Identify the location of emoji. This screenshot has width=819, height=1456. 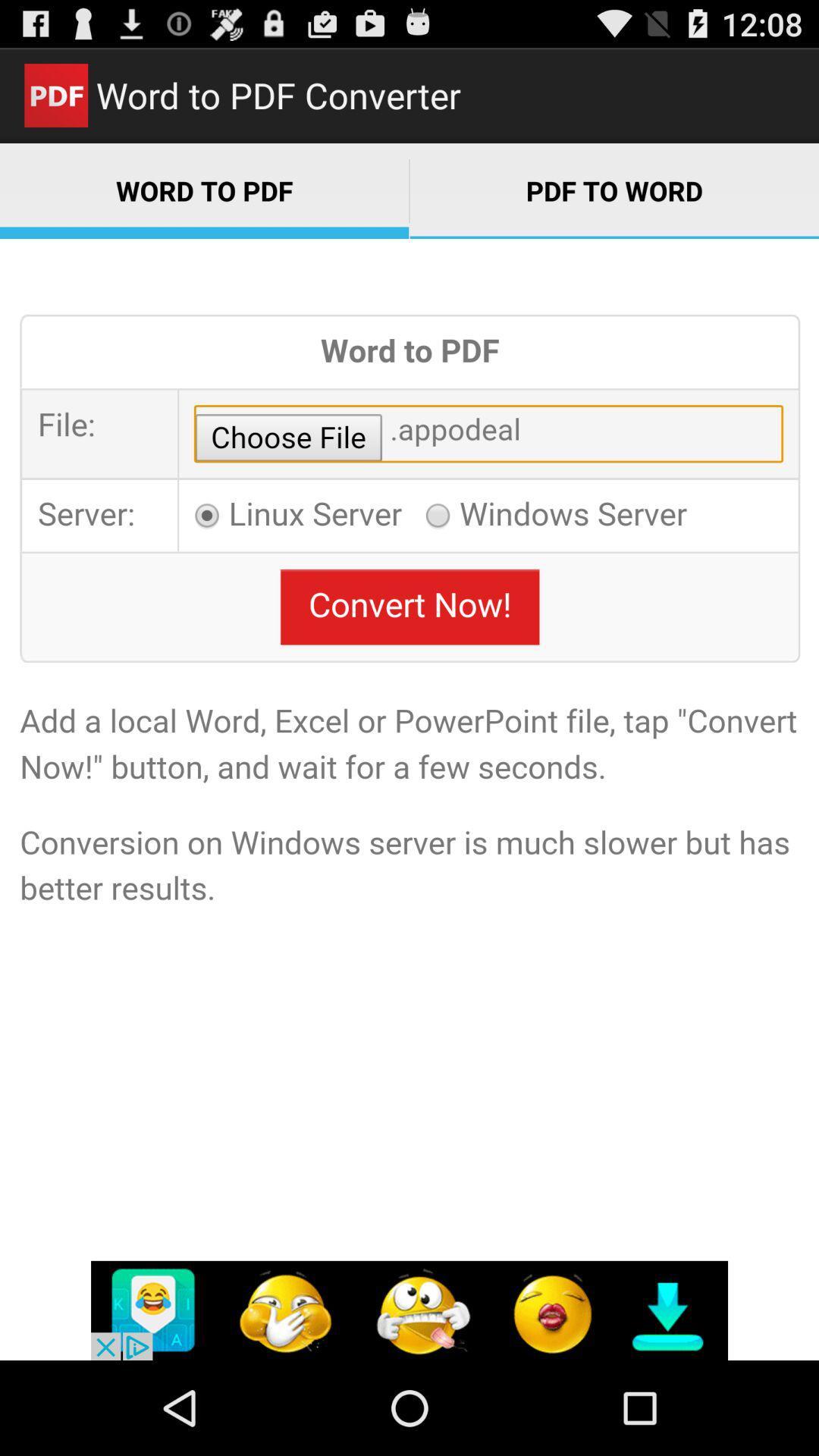
(409, 1310).